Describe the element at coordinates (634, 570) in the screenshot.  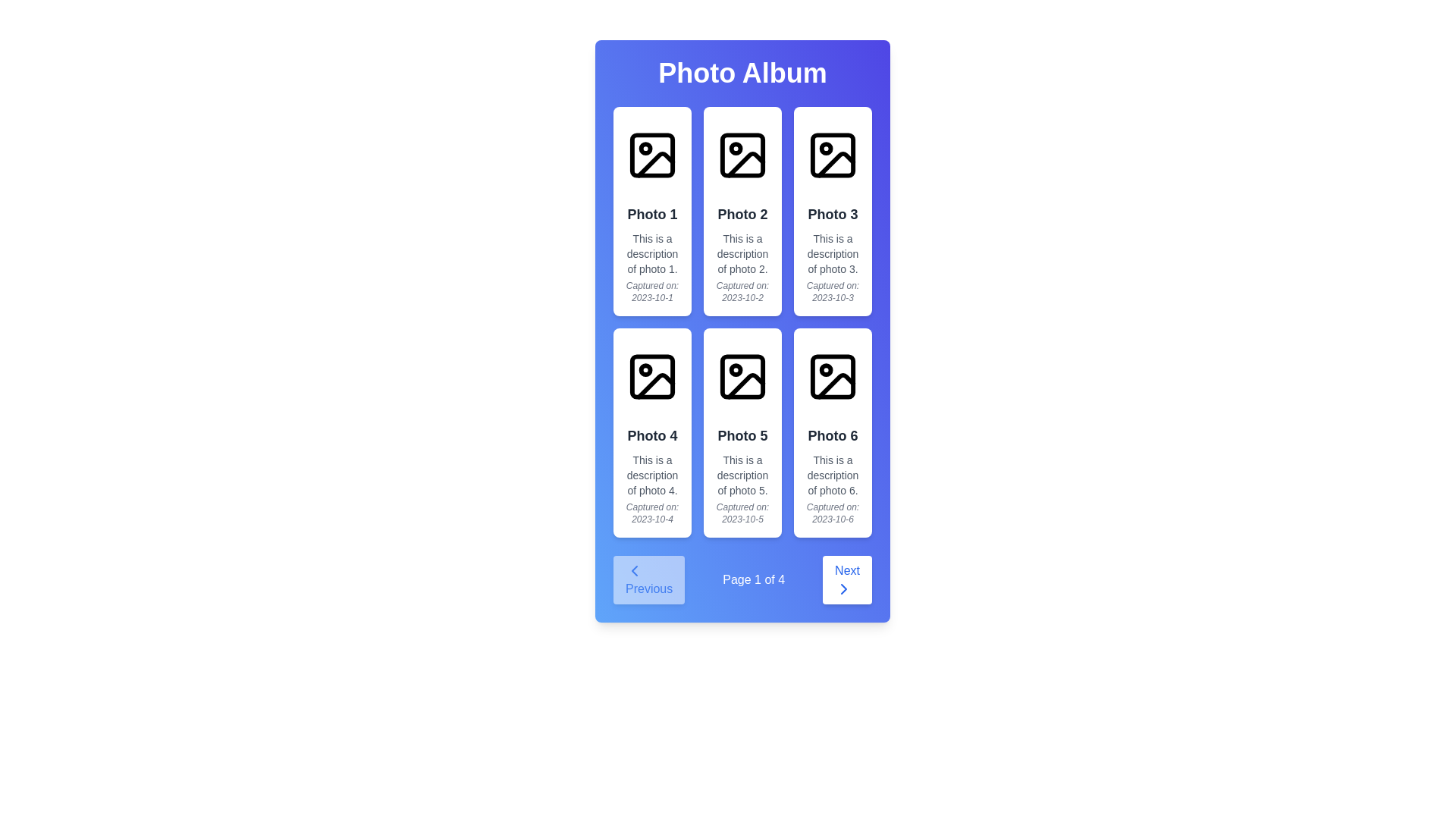
I see `the SVG Icon that indicates navigating to the previous page, located inside the 'Previous' button at the bottom-left corner of the main content area` at that location.